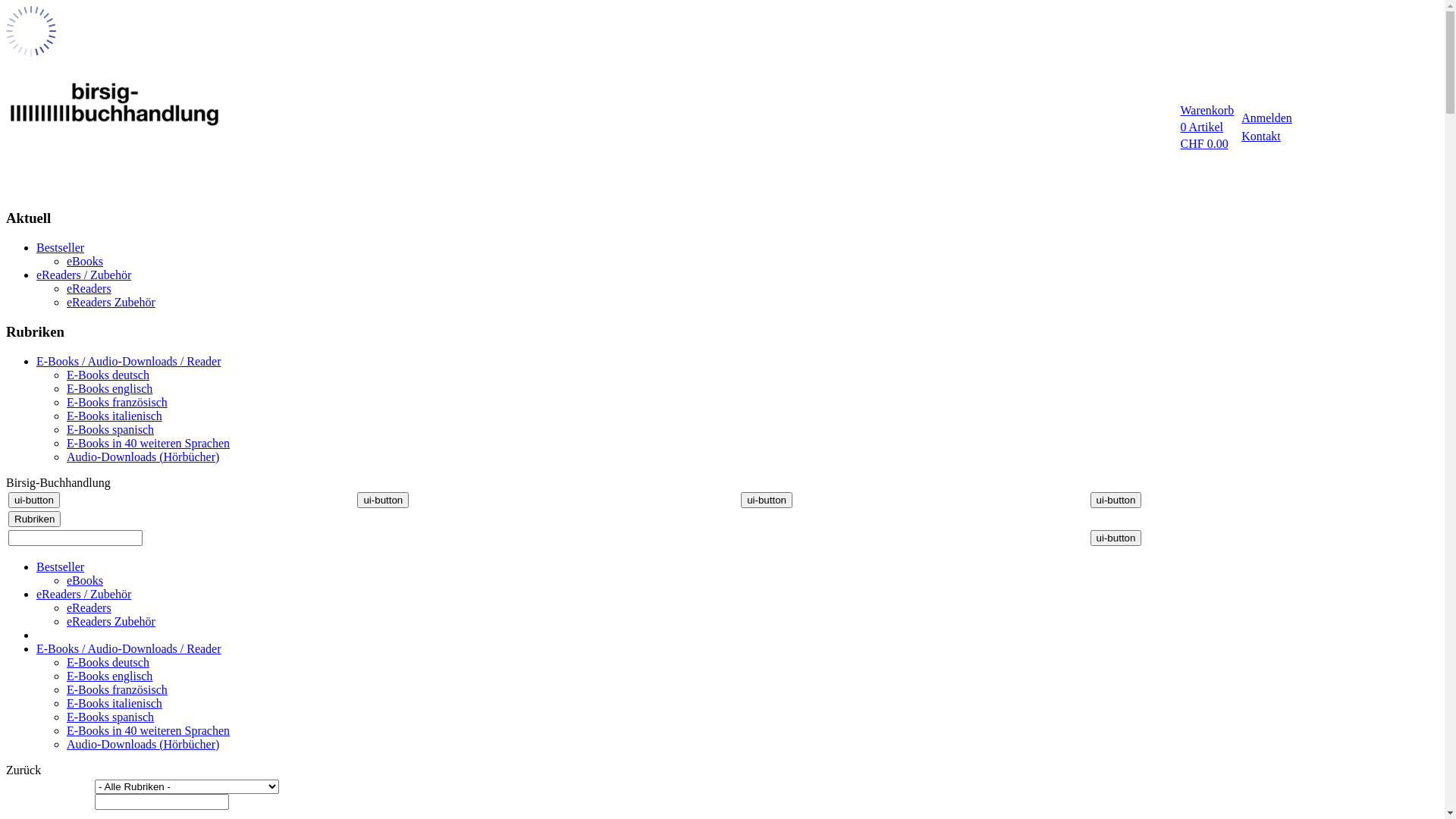 Image resolution: width=1456 pixels, height=819 pixels. Describe the element at coordinates (60, 246) in the screenshot. I see `'Bestseller'` at that location.